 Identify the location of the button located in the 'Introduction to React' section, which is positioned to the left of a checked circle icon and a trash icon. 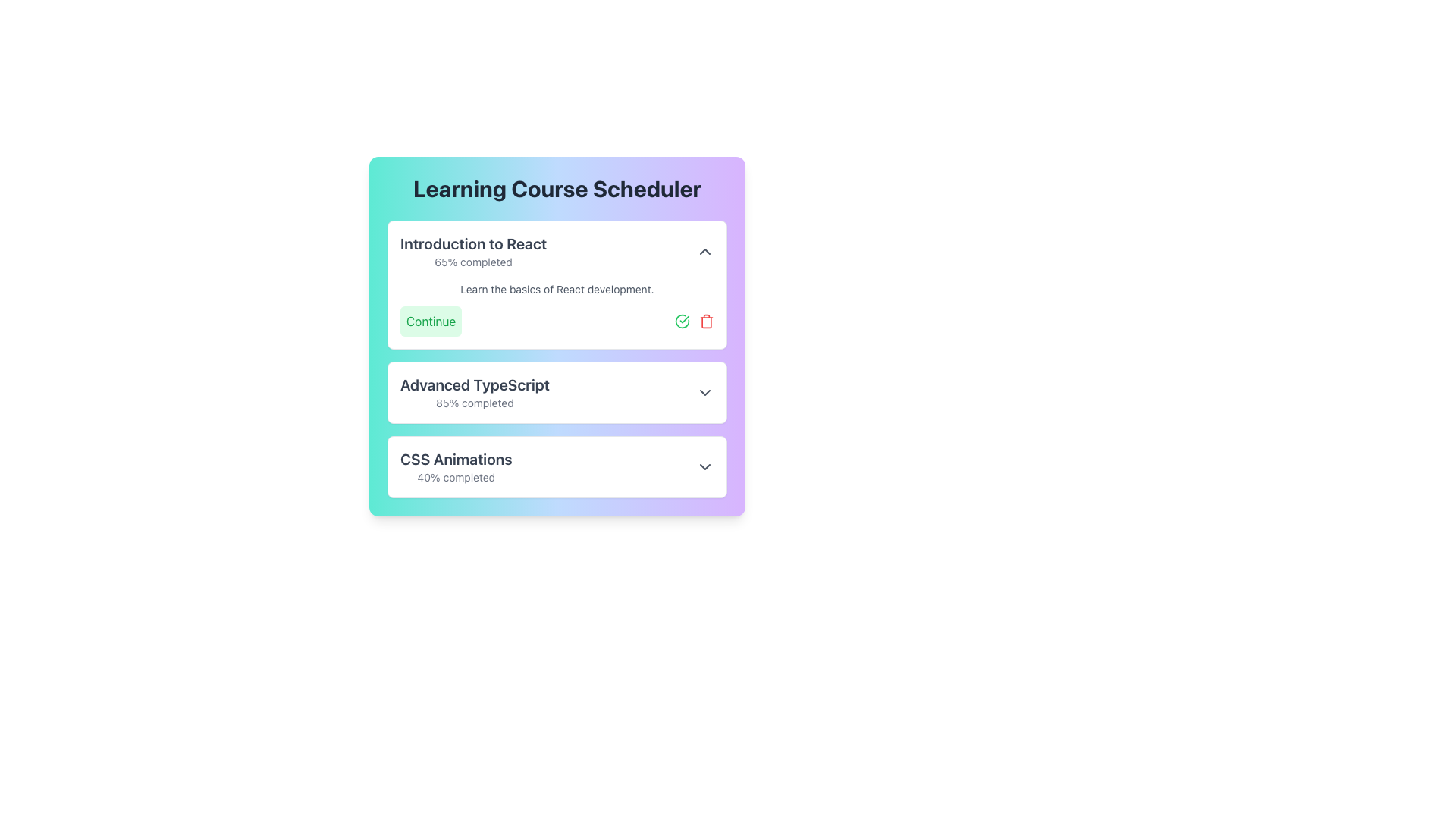
(430, 321).